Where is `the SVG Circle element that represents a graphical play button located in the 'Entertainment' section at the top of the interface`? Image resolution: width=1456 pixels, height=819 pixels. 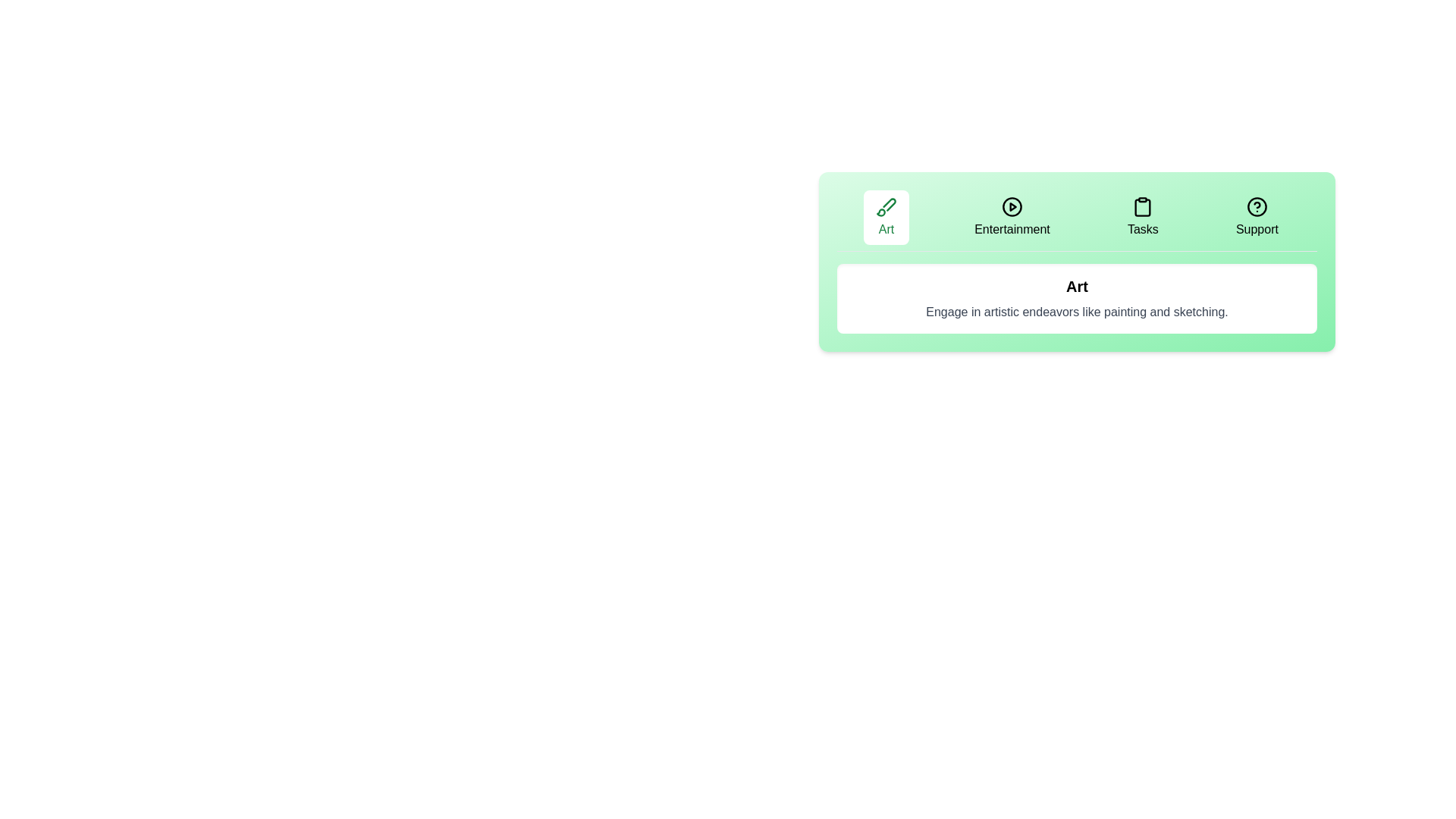 the SVG Circle element that represents a graphical play button located in the 'Entertainment' section at the top of the interface is located at coordinates (1012, 207).